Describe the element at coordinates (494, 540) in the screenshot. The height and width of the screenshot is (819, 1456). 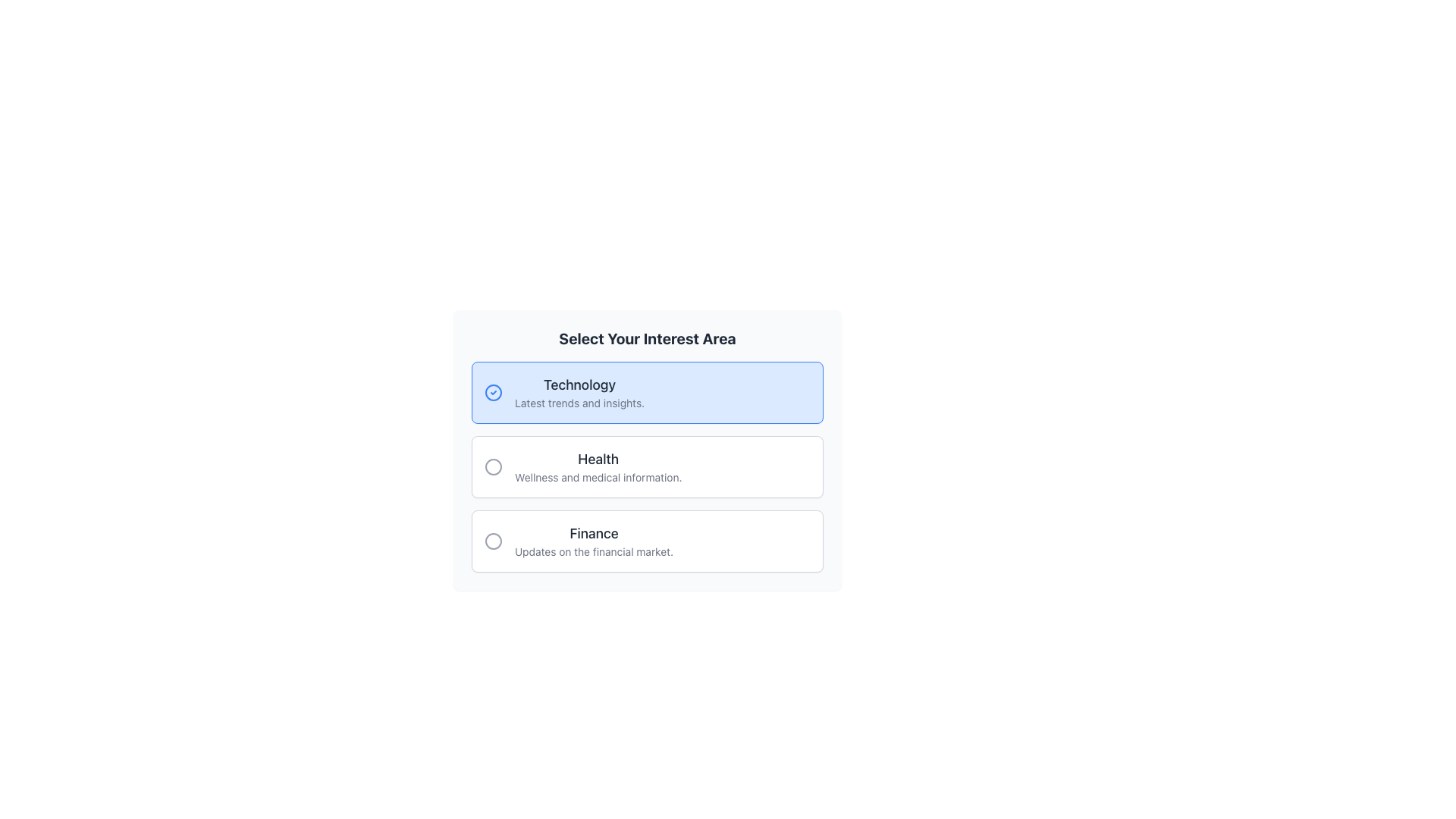
I see `the circular Radio button next to the 'Finance' option for interaction` at that location.